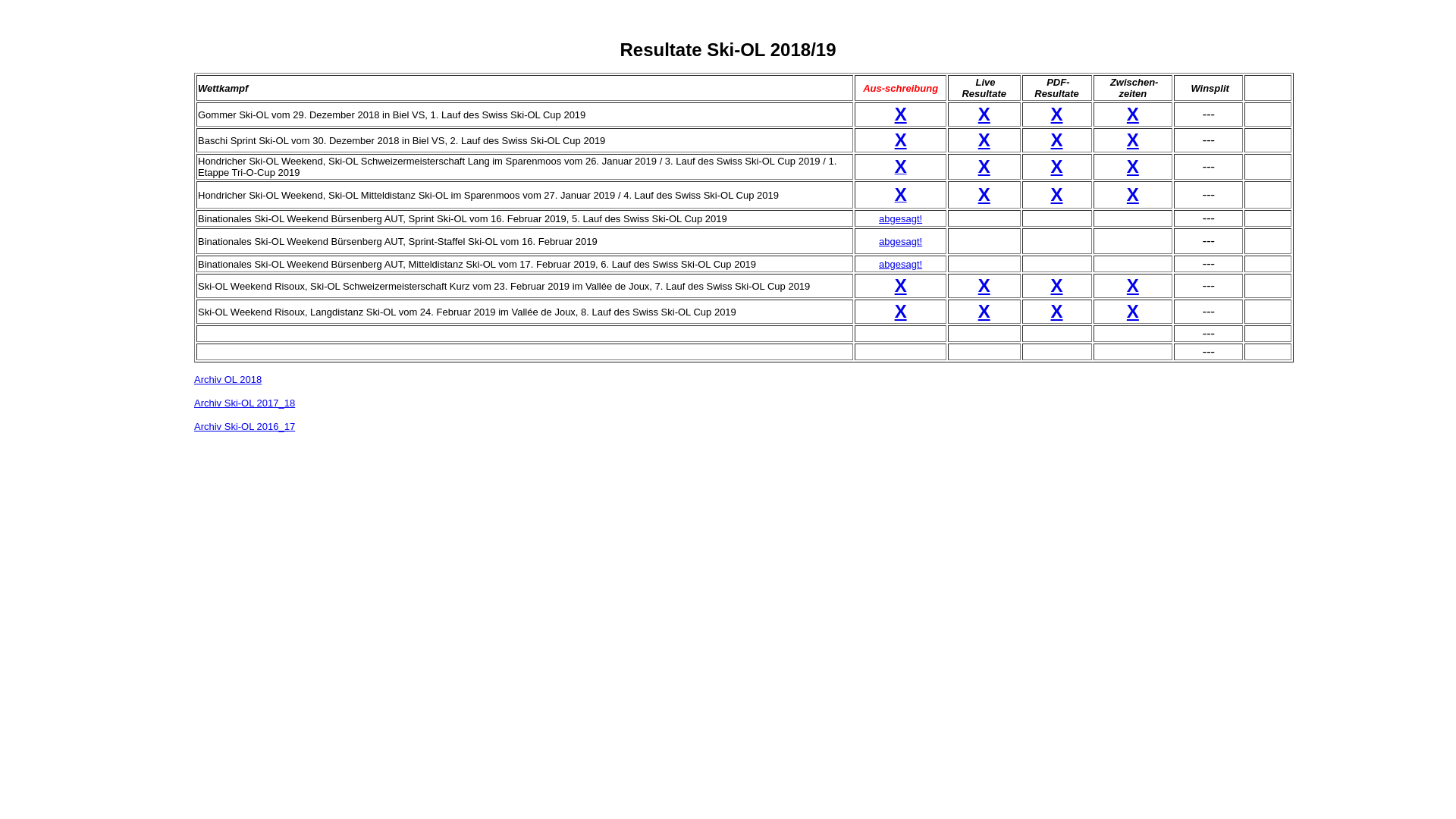 The height and width of the screenshot is (819, 1456). I want to click on 'X', so click(901, 113).